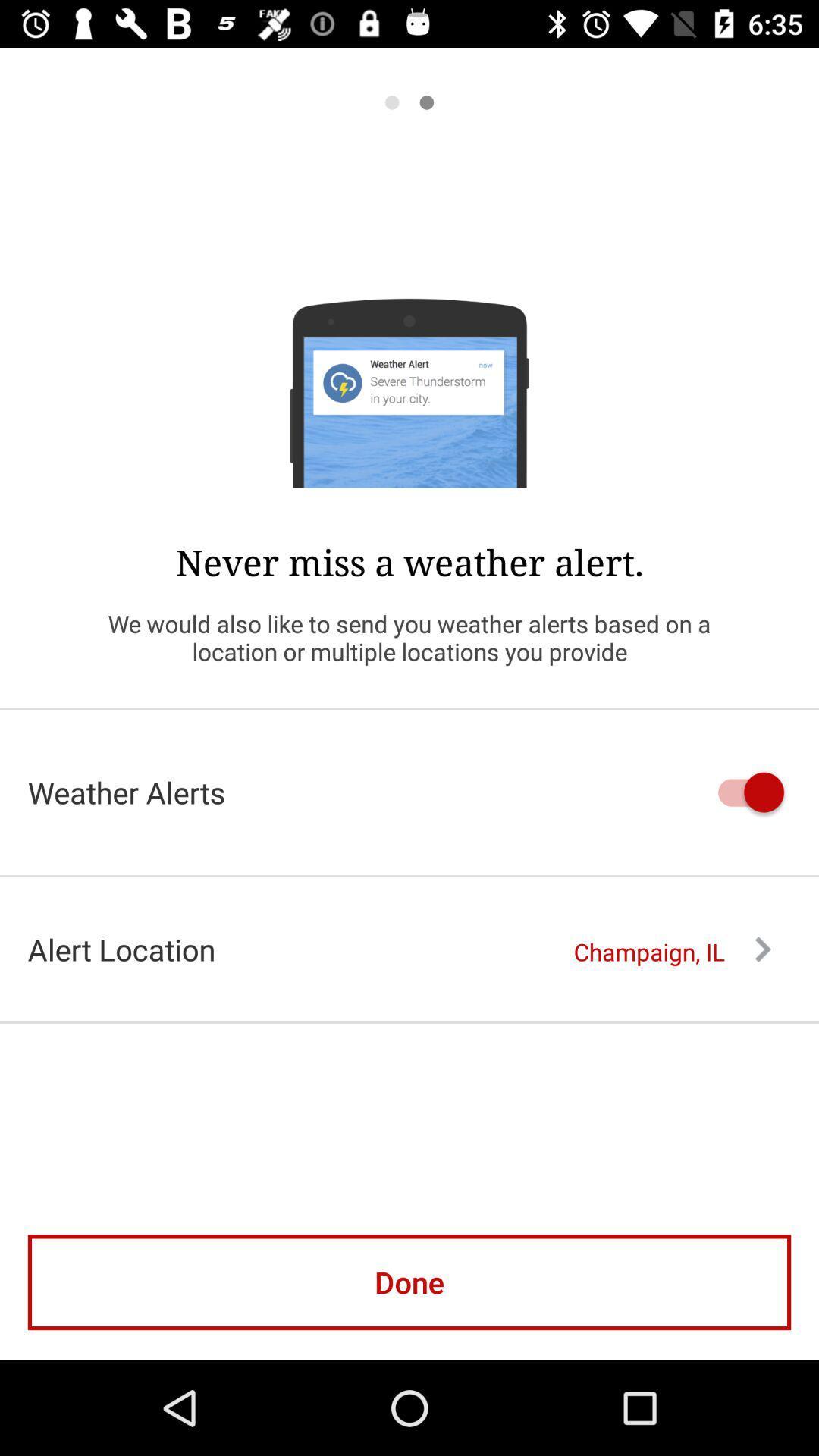  What do you see at coordinates (409, 1282) in the screenshot?
I see `done` at bounding box center [409, 1282].